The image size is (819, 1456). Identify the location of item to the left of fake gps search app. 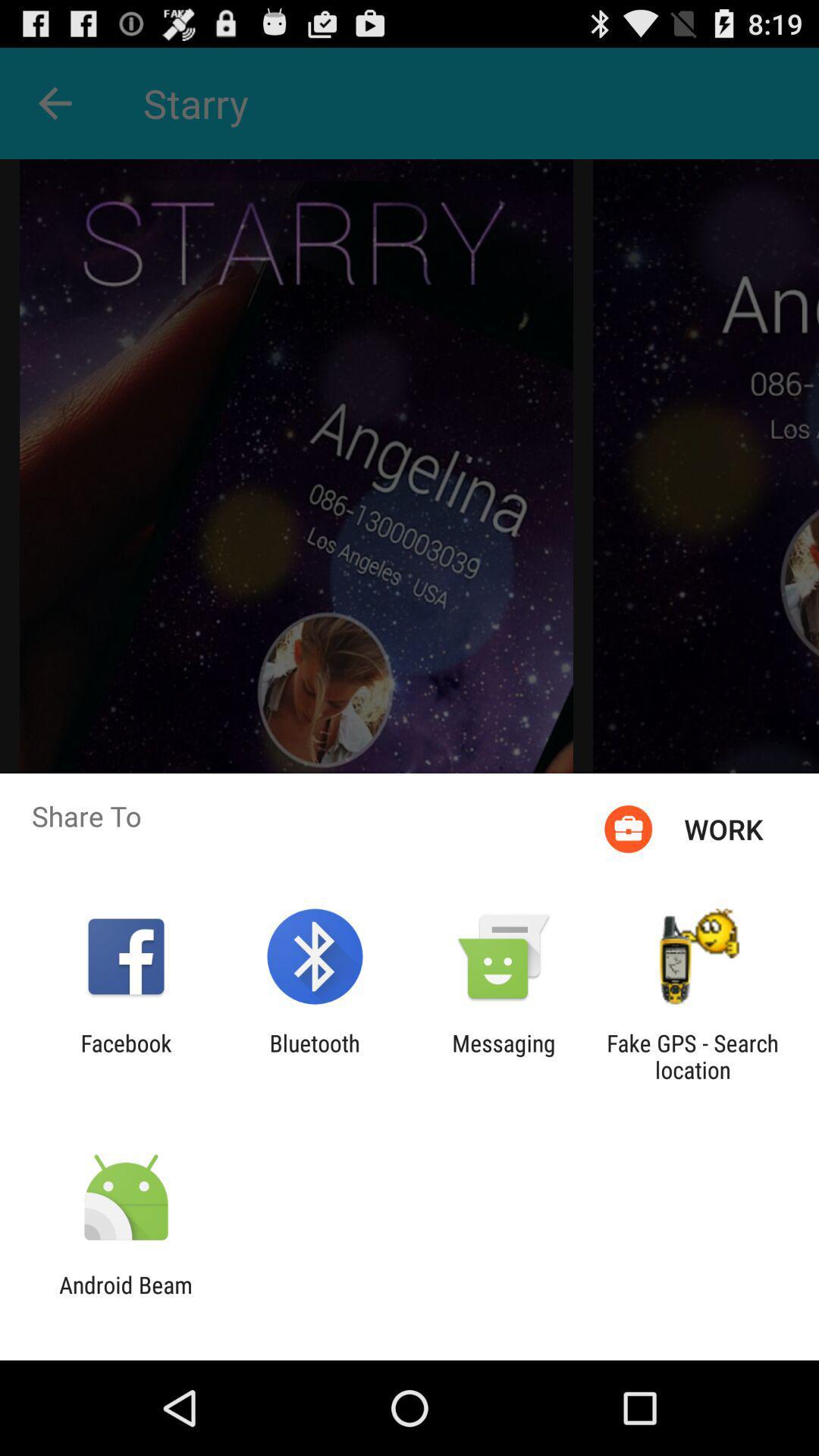
(504, 1056).